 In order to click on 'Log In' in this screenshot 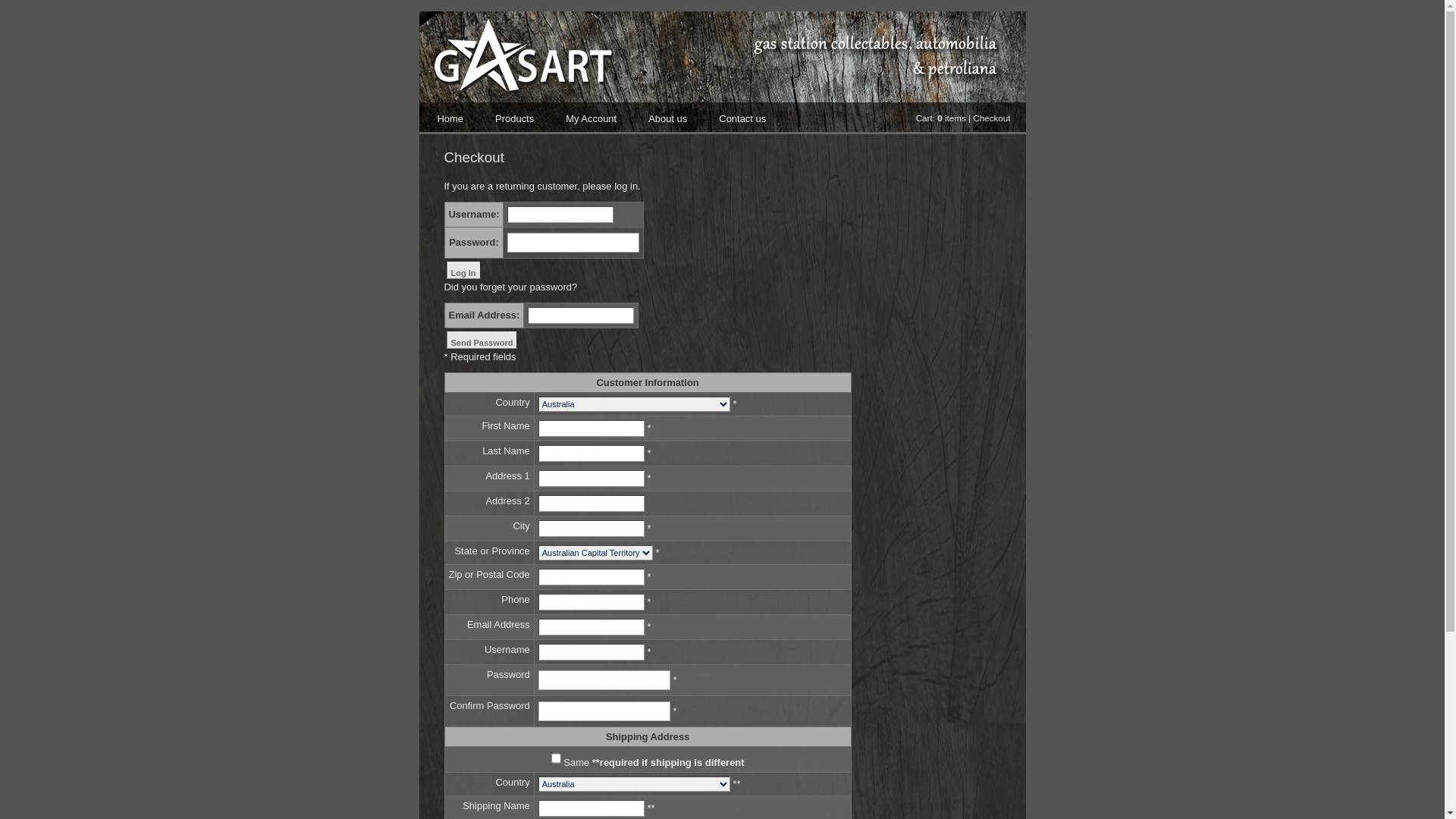, I will do `click(445, 268)`.